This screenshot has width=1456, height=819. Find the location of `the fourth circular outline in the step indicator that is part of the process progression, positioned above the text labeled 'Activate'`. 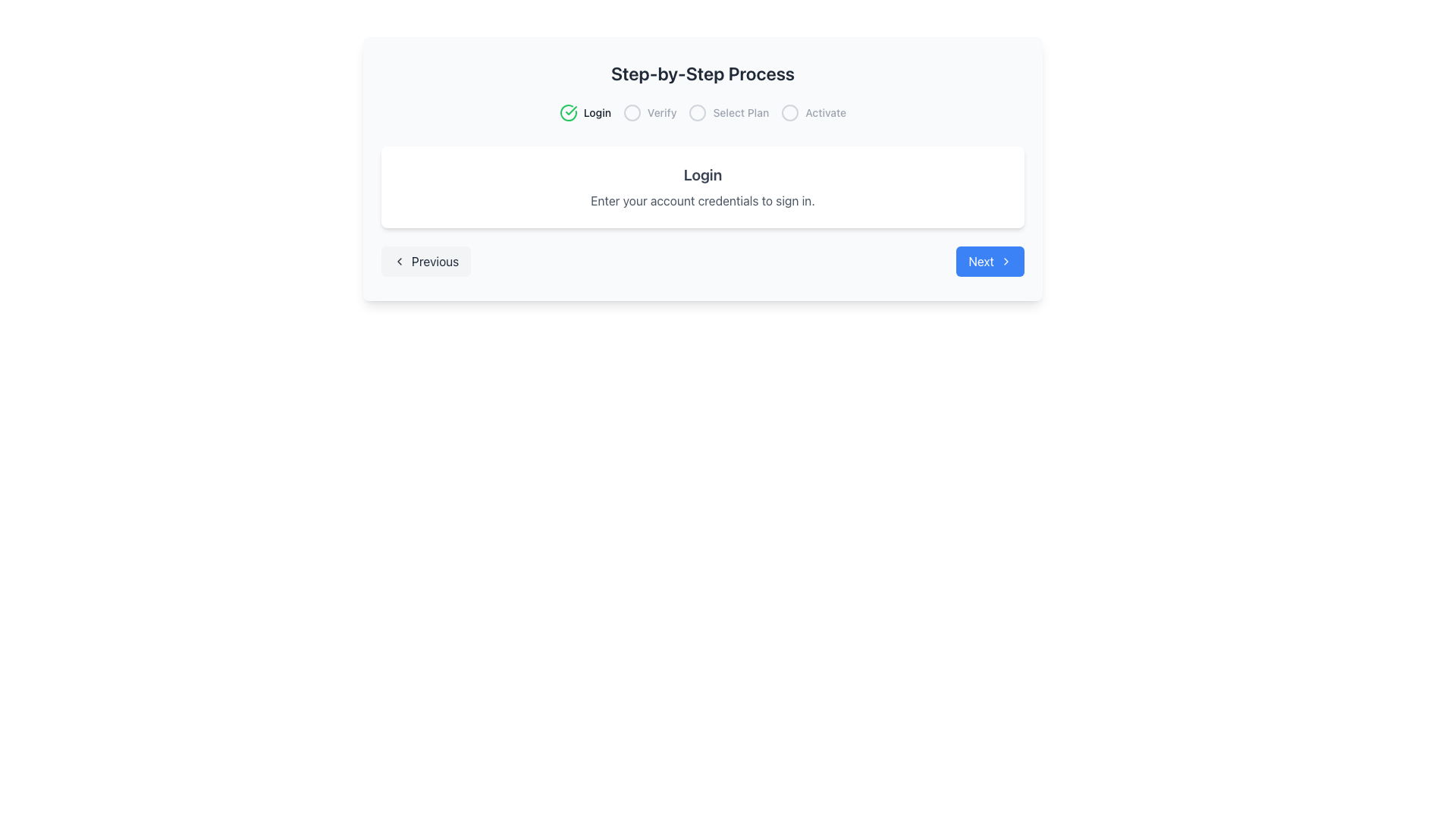

the fourth circular outline in the step indicator that is part of the process progression, positioned above the text labeled 'Activate' is located at coordinates (789, 112).